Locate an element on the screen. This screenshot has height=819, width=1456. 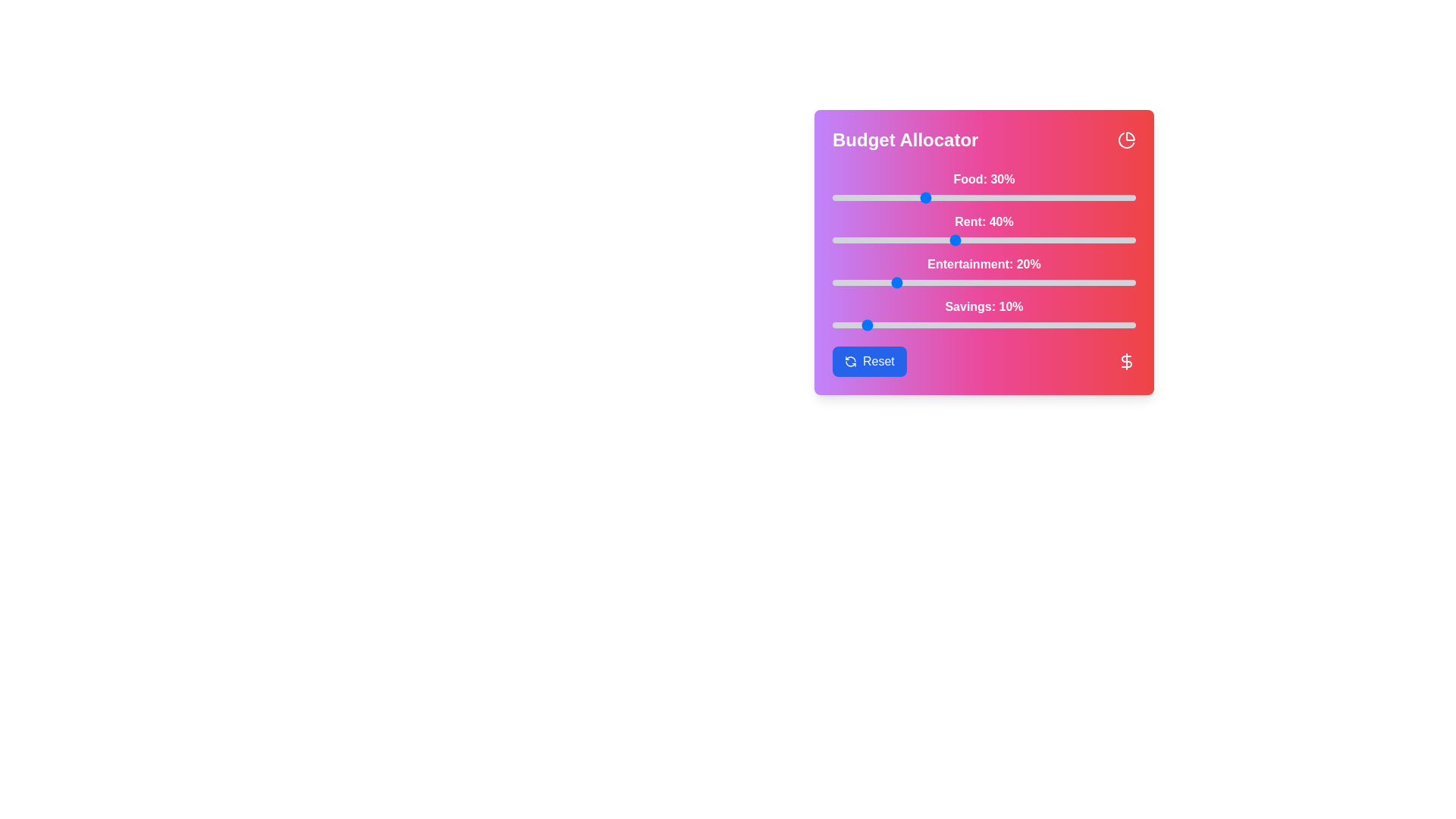
the slider value is located at coordinates (949, 283).